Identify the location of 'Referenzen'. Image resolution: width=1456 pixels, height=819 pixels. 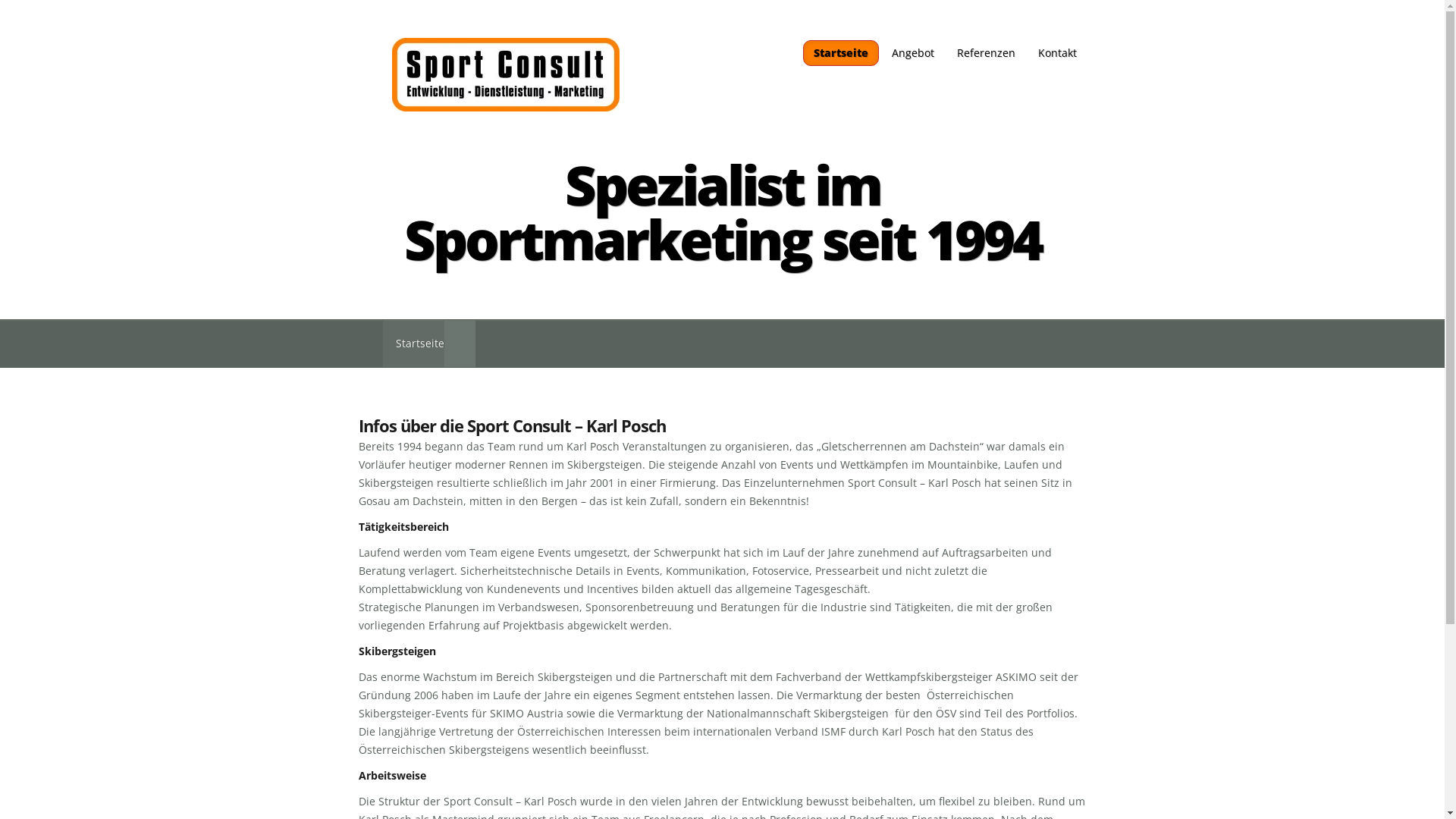
(985, 52).